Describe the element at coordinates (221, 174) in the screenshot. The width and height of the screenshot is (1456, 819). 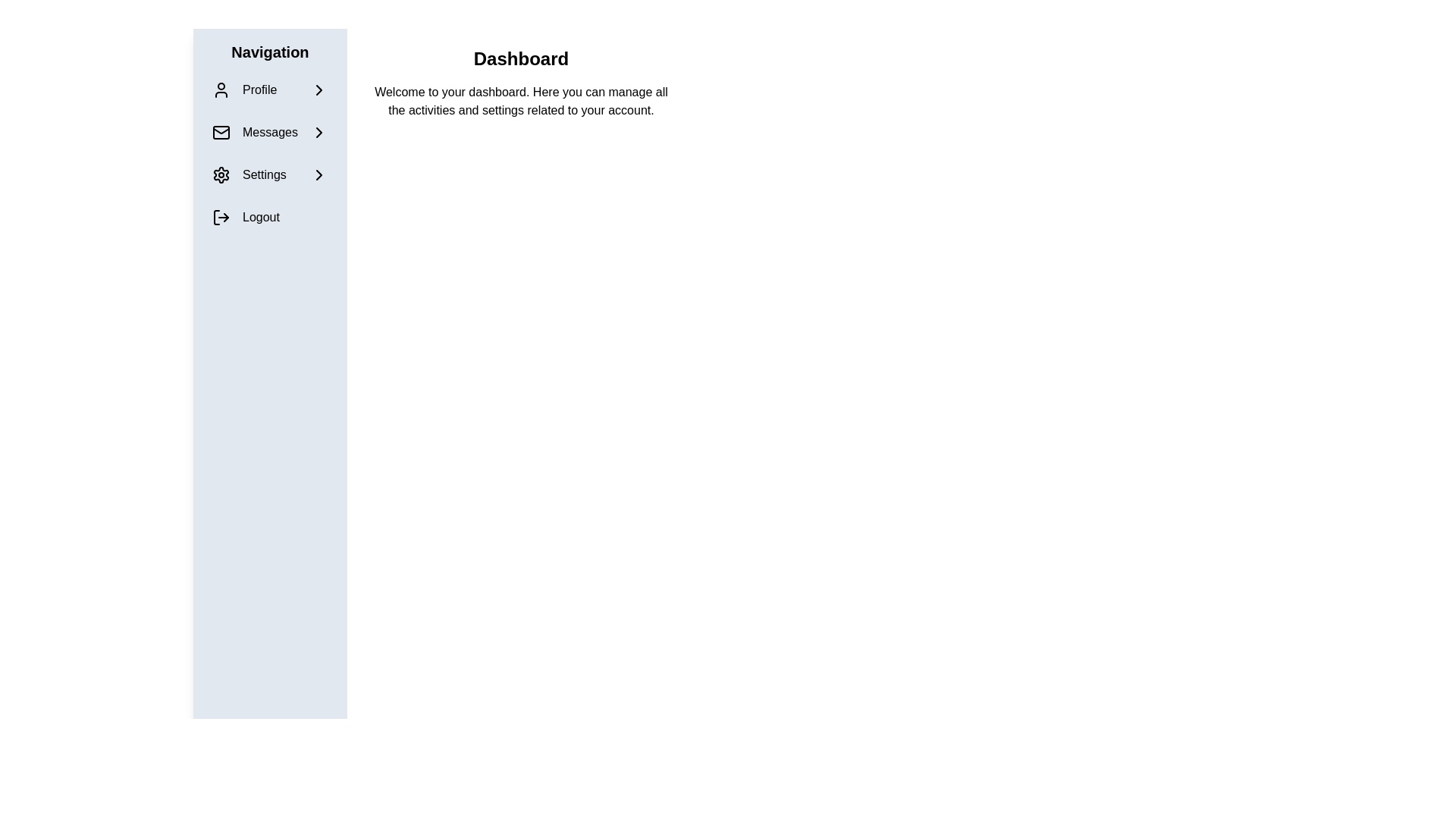
I see `the gear icon in the navigation menu` at that location.